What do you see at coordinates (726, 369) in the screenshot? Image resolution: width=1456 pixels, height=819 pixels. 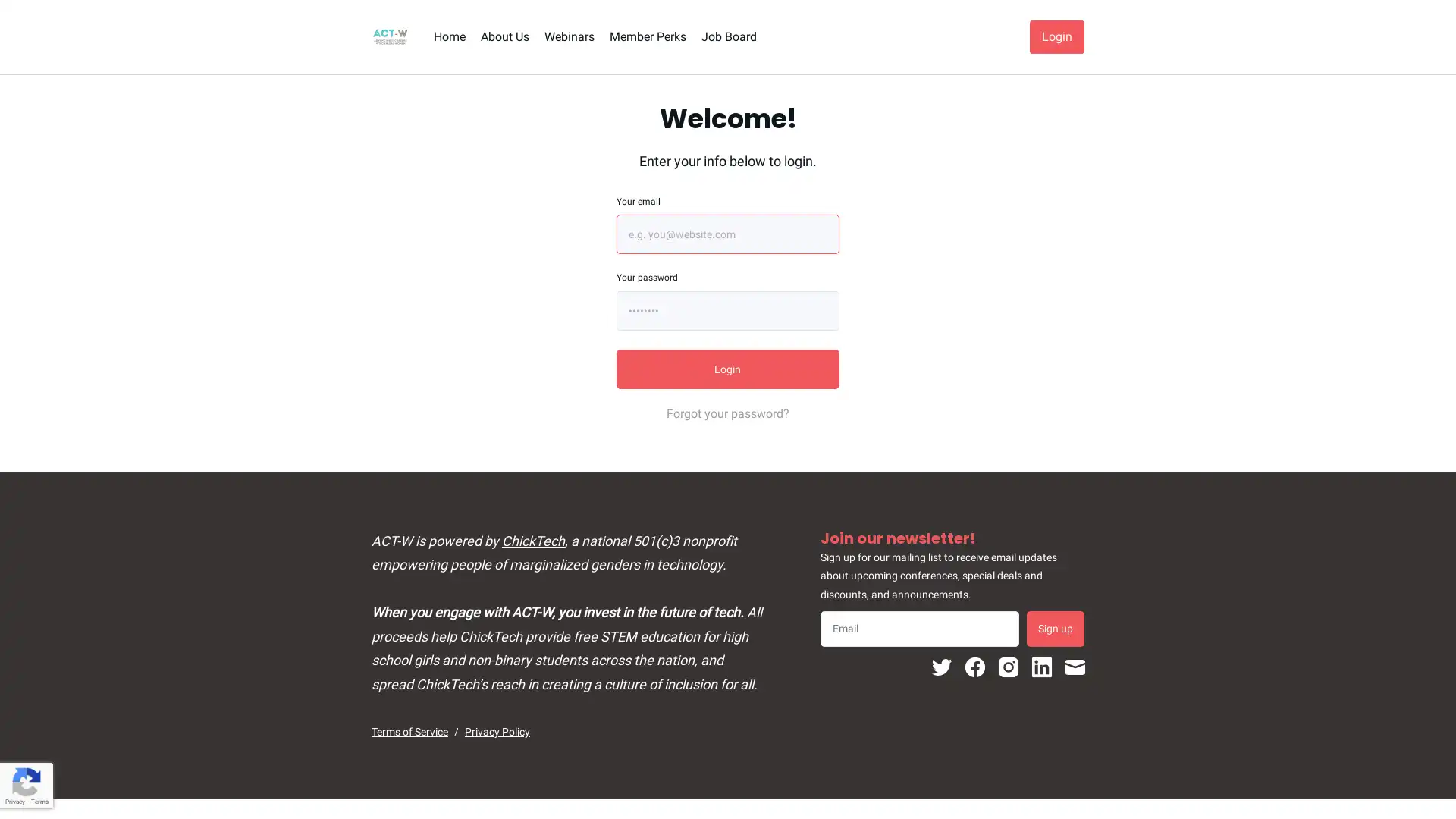 I see `Login` at bounding box center [726, 369].